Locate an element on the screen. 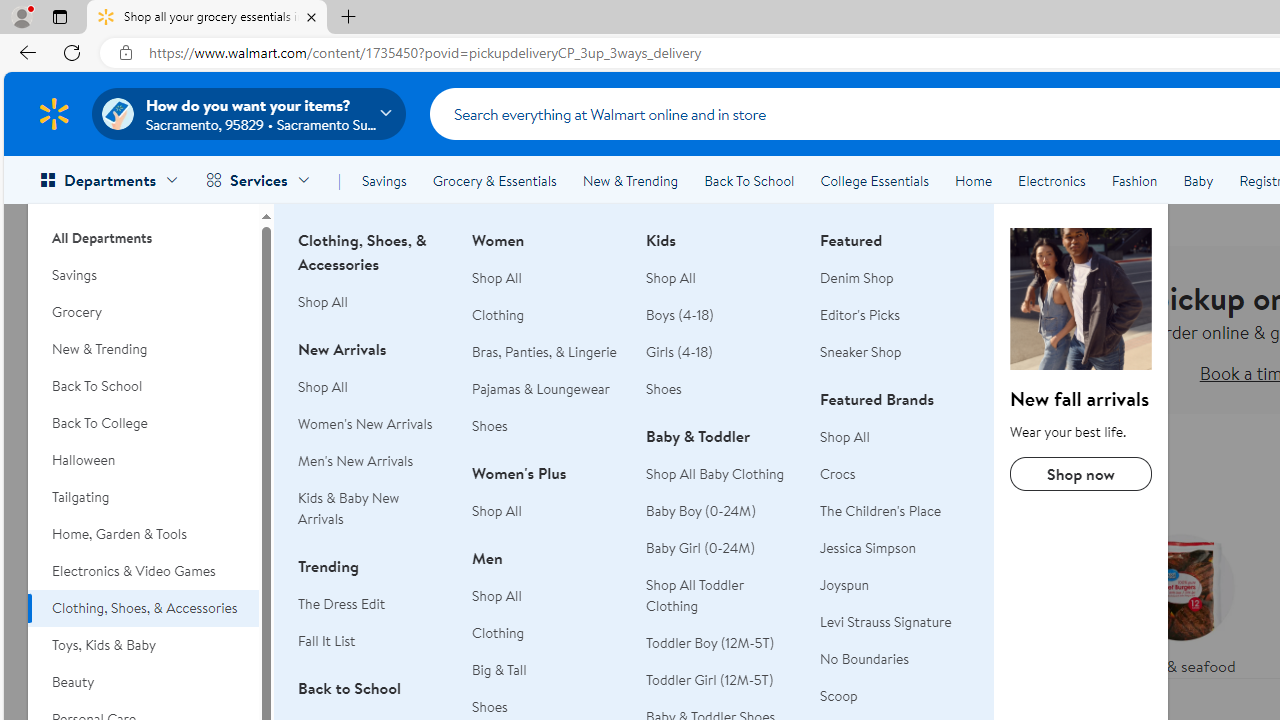 This screenshot has width=1280, height=720. 'Girls (4-18)' is located at coordinates (679, 351).